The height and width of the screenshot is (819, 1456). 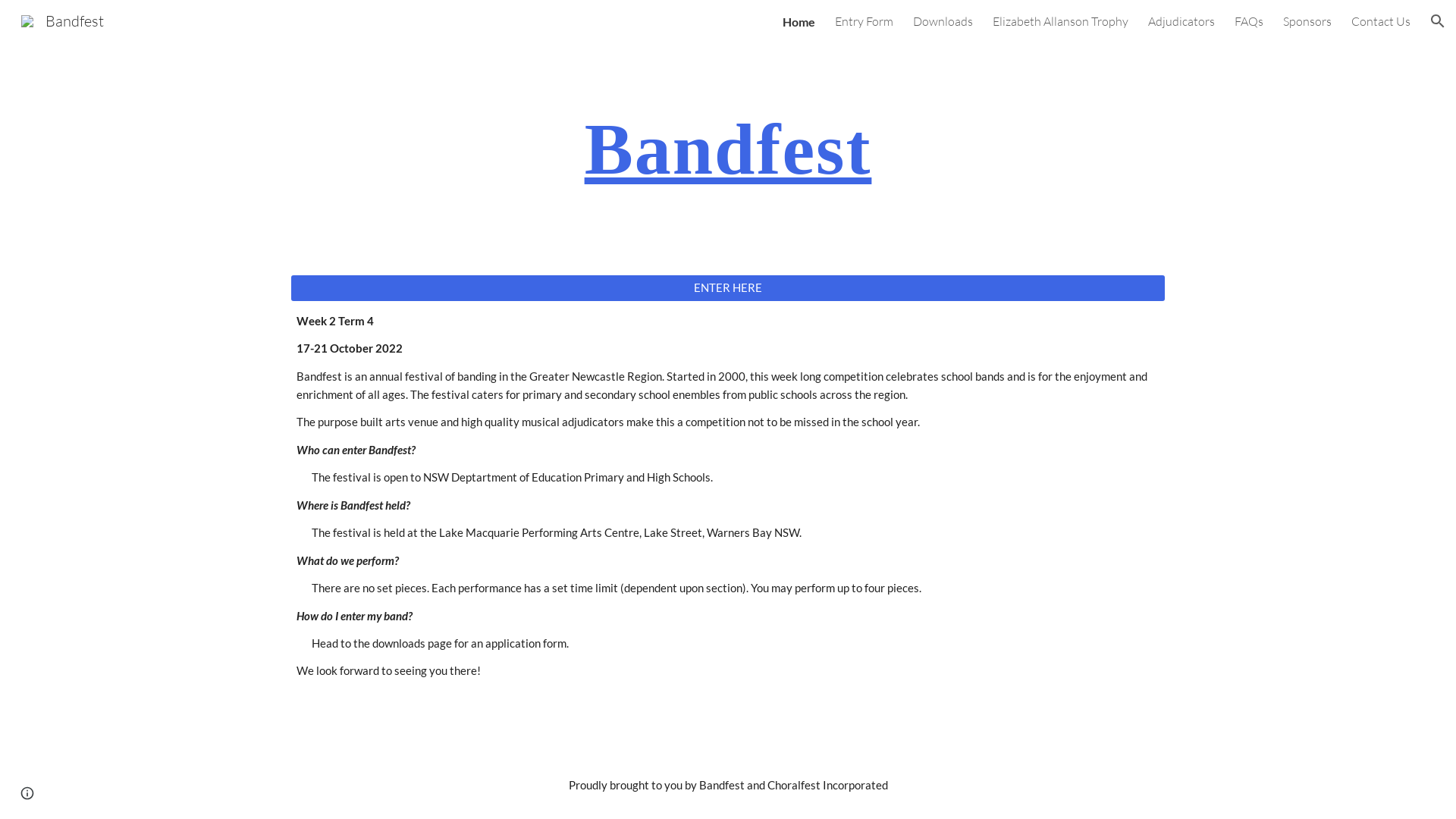 What do you see at coordinates (1059, 20) in the screenshot?
I see `'Elizabeth Allanson Trophy'` at bounding box center [1059, 20].